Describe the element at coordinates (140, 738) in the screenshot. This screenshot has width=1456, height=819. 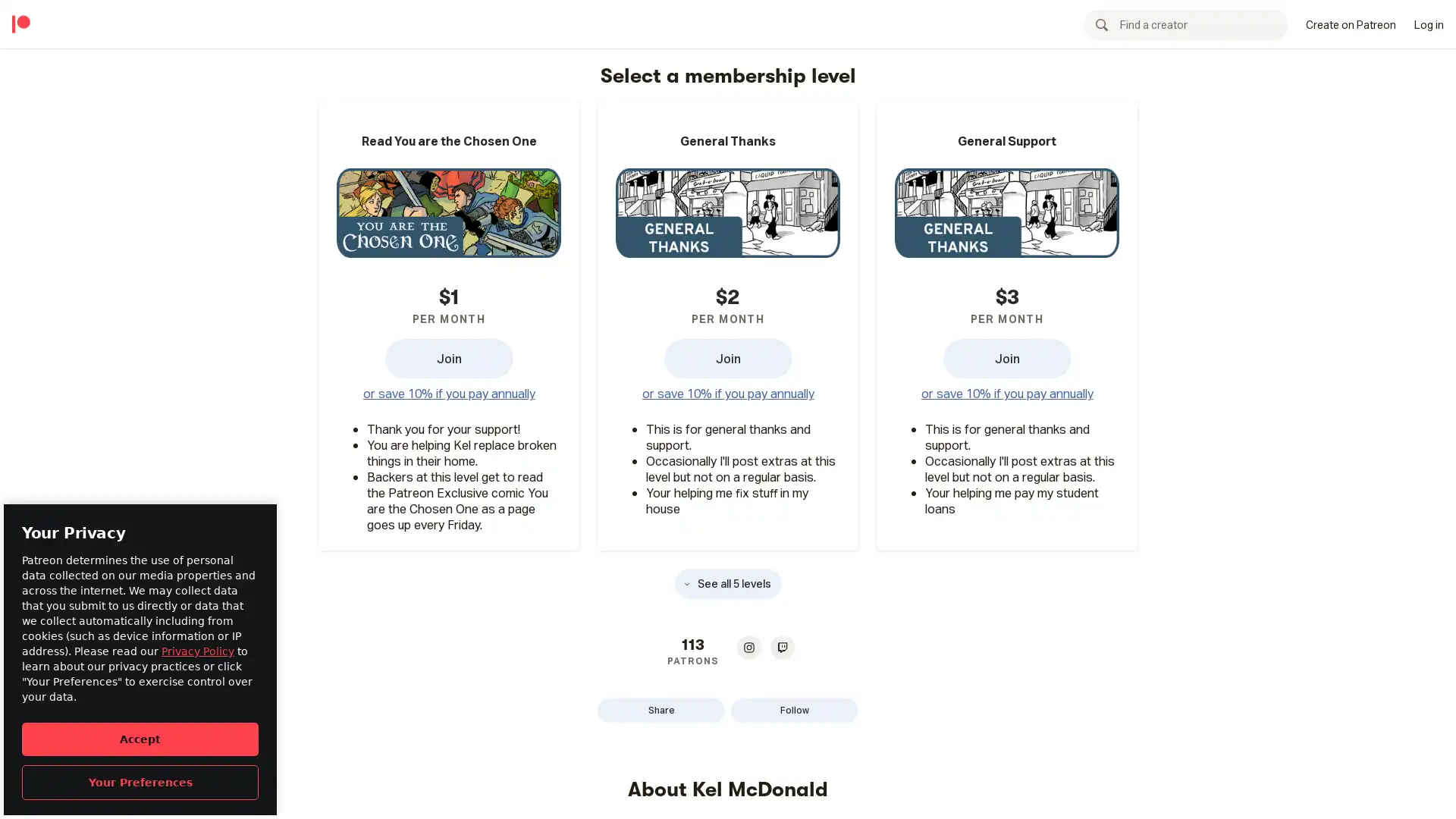
I see `Accept` at that location.